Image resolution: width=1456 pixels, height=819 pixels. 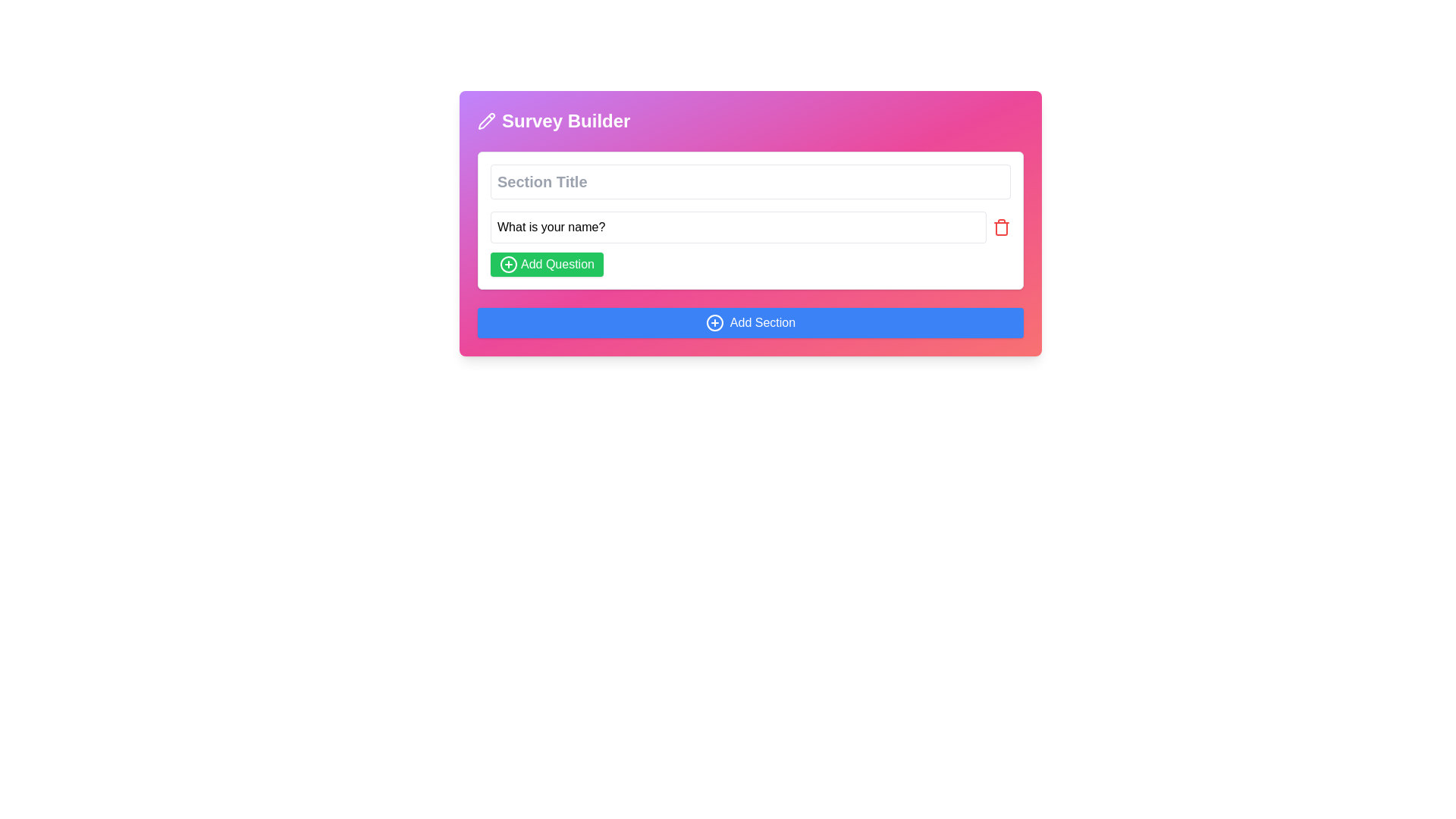 I want to click on the edit icon resembling a pencil, which is located next to the 'Survey Builder' title in the form interface, so click(x=487, y=120).